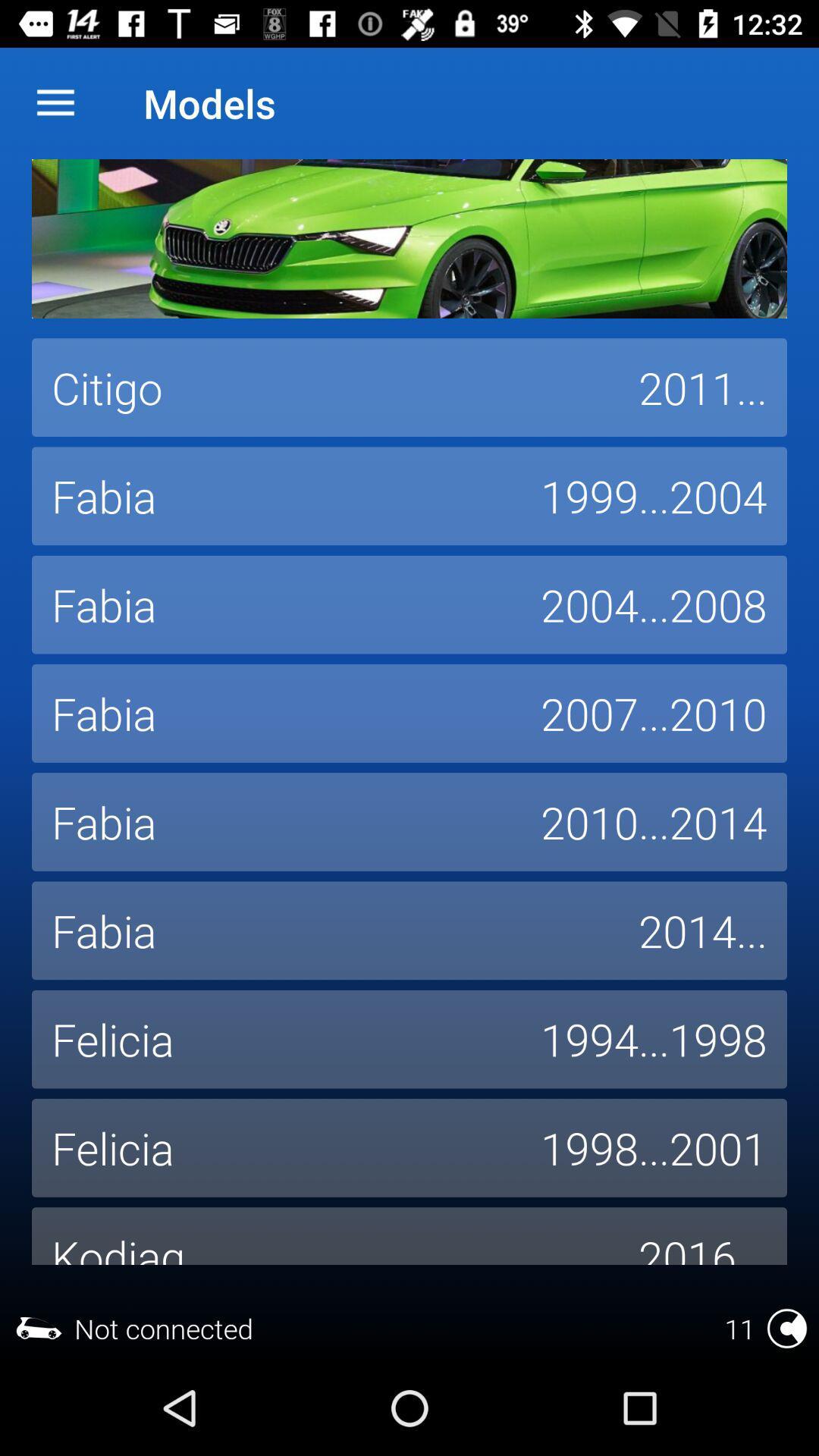 The height and width of the screenshot is (1456, 819). I want to click on icon next to the models item, so click(55, 102).